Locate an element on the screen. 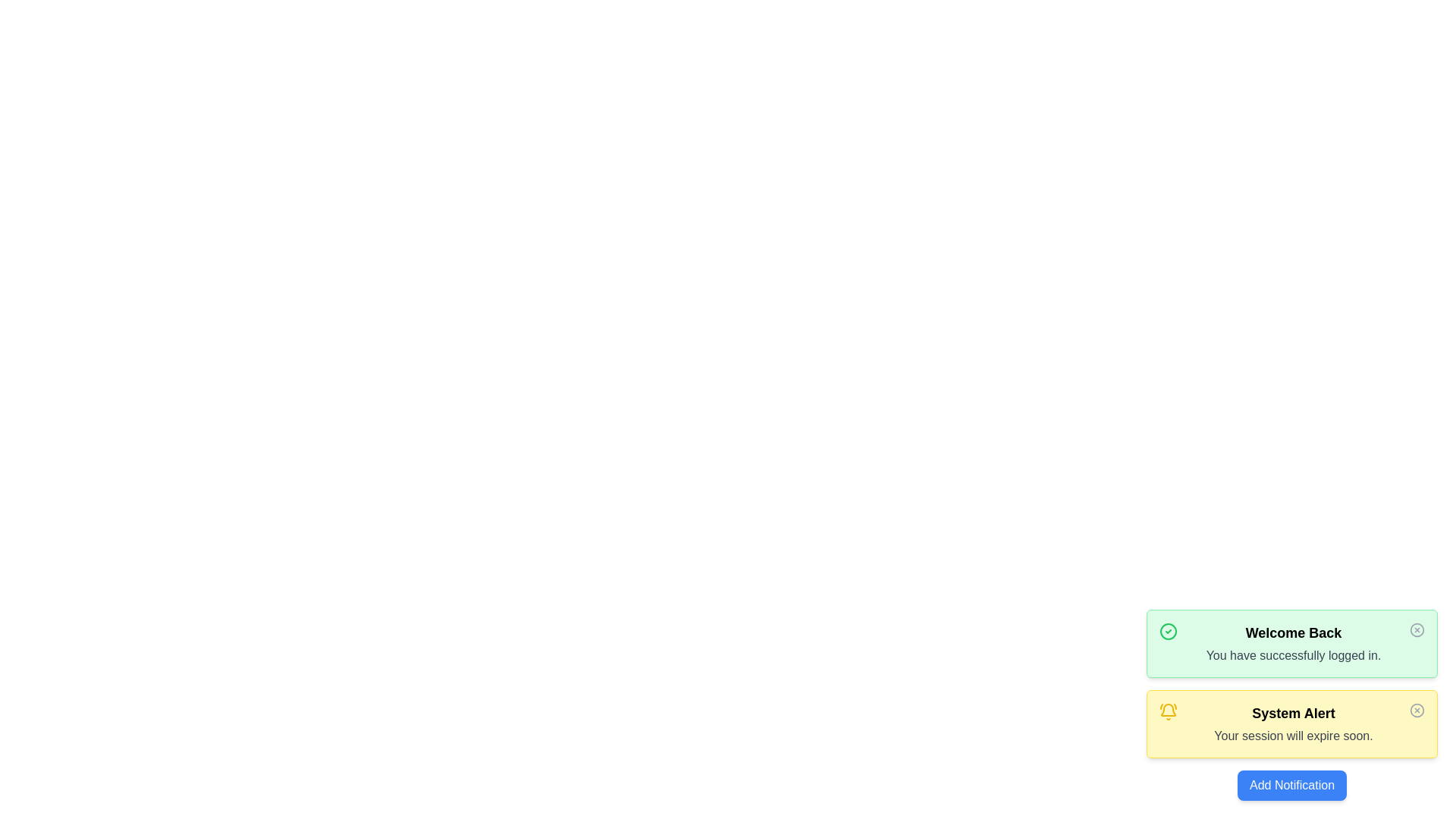 This screenshot has height=819, width=1456. warning message displayed in the static text label within the yellow 'System Alert' notification box, positioned below the 'Welcome Back' notification and above the 'Add Notification' button is located at coordinates (1292, 736).